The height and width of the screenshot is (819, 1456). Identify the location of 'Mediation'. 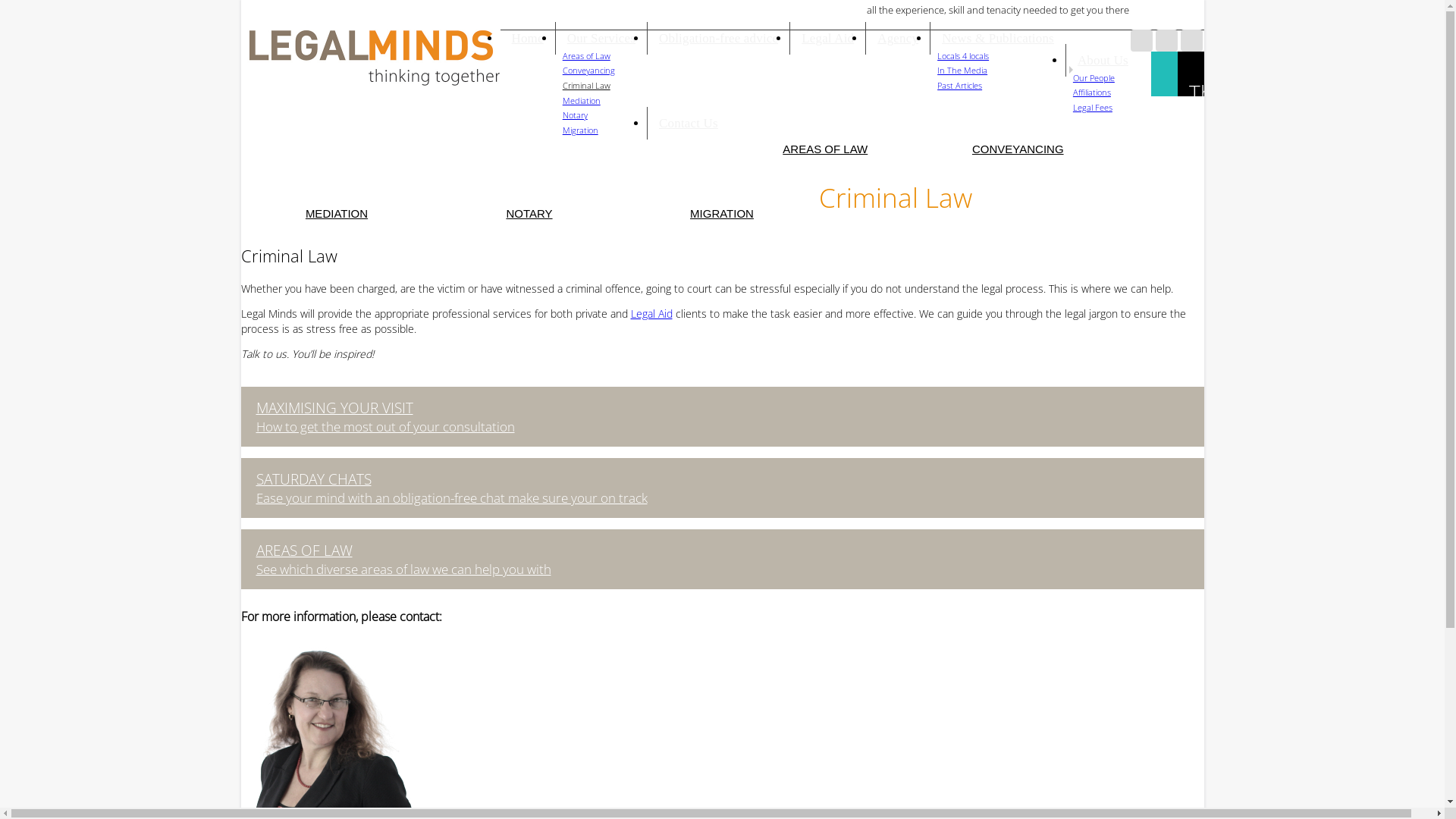
(581, 100).